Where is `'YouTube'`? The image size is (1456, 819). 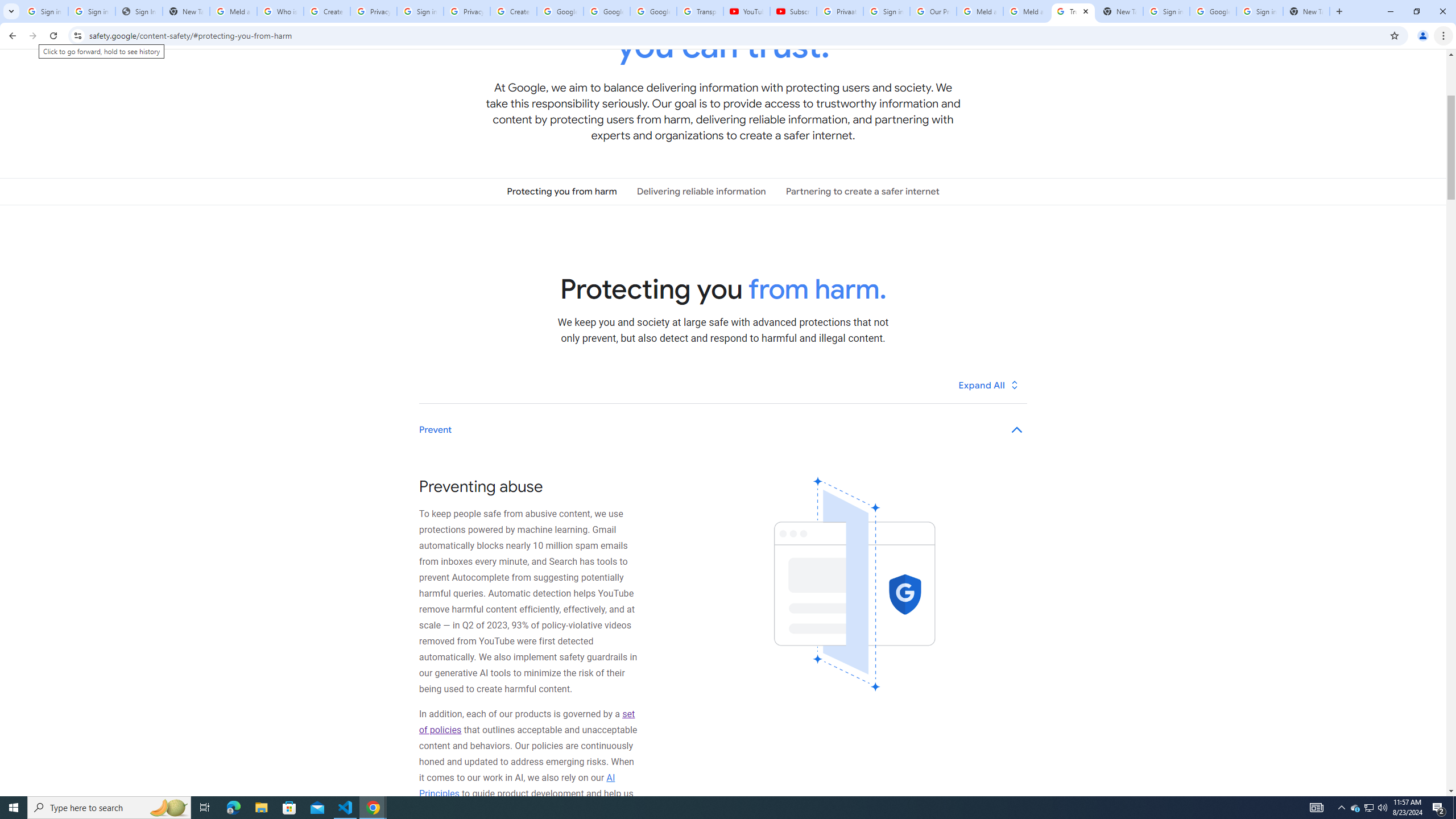 'YouTube' is located at coordinates (746, 11).